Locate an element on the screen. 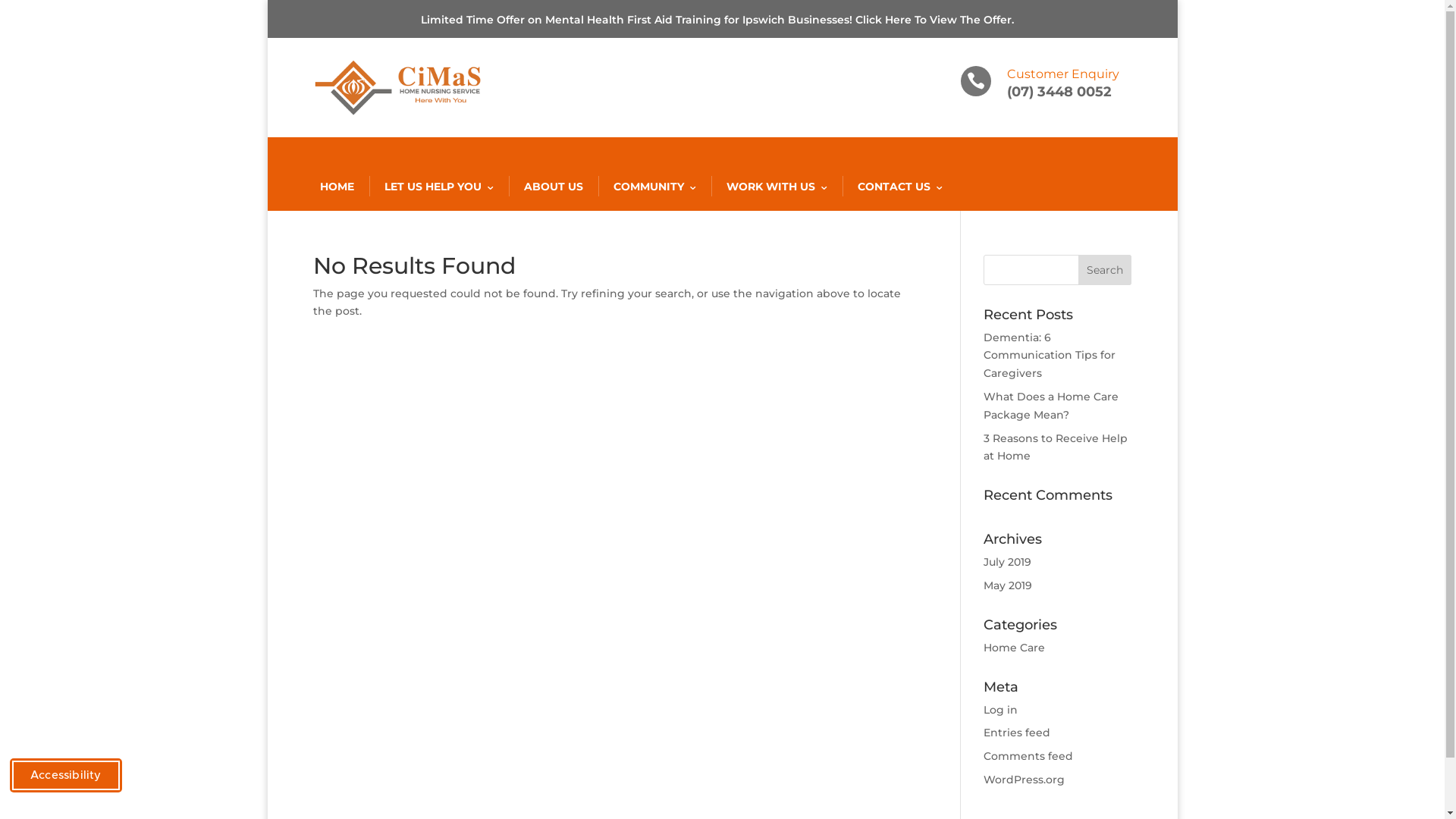  'HOME' is located at coordinates (336, 186).